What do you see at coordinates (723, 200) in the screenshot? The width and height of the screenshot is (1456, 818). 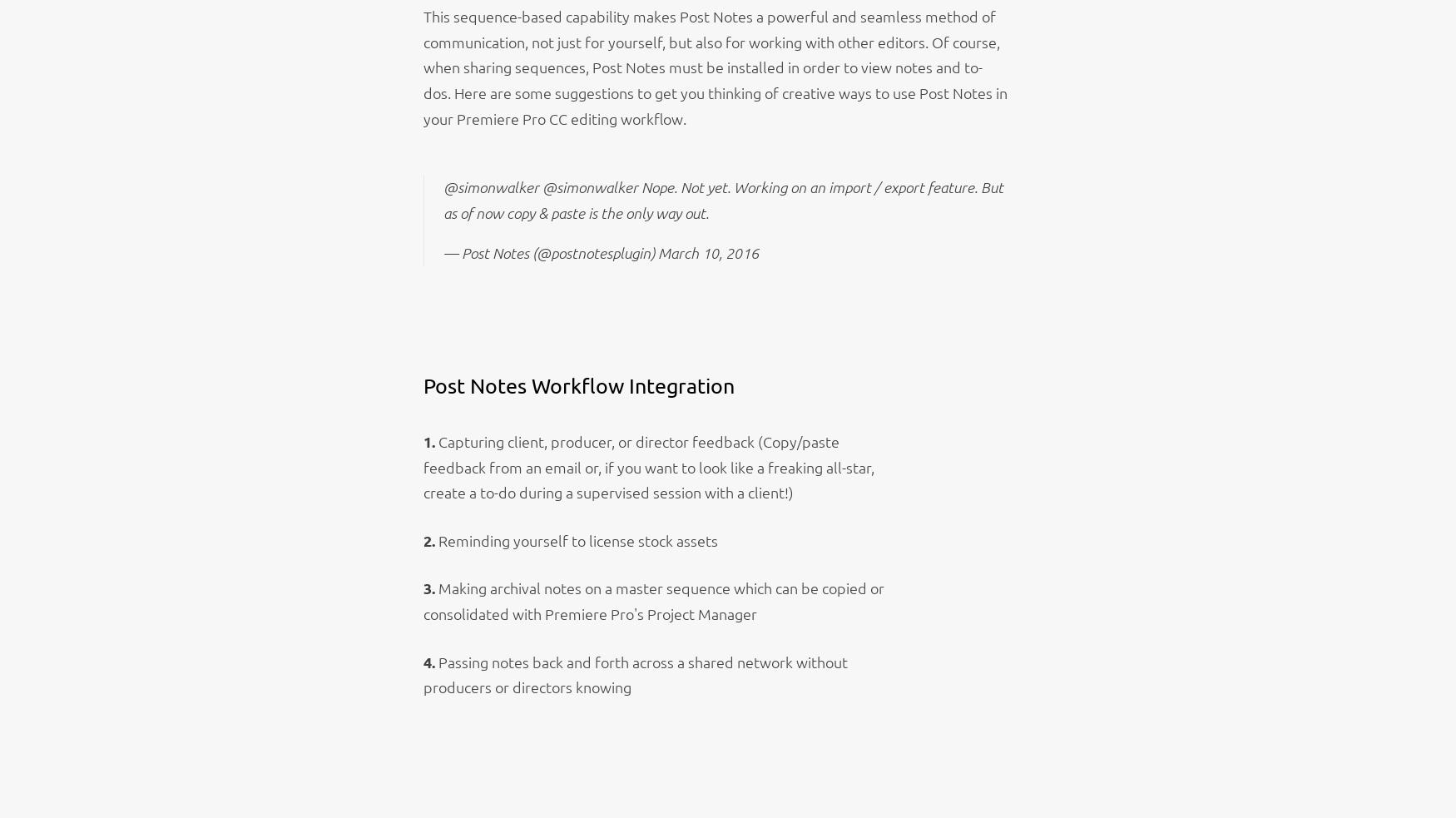 I see `'Nope. Not yet. Working on an import / export feature. But as of now copy & paste is the only way out.'` at bounding box center [723, 200].